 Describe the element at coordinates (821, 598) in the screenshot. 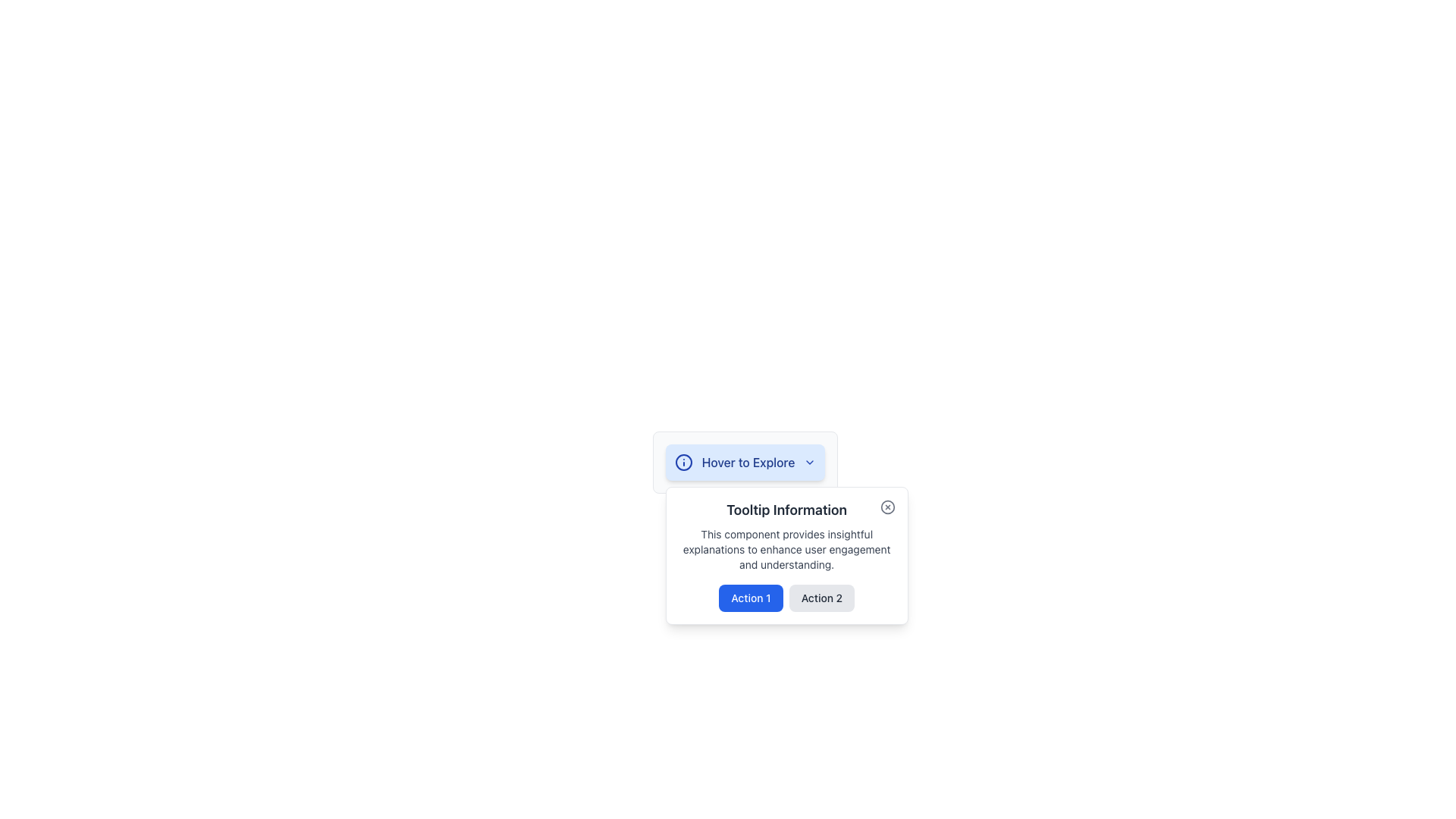

I see `the 'Action 2' button to observe its hover effect, which is the second button in a horizontal array of buttons below the 'Tooltip Information' heading` at that location.